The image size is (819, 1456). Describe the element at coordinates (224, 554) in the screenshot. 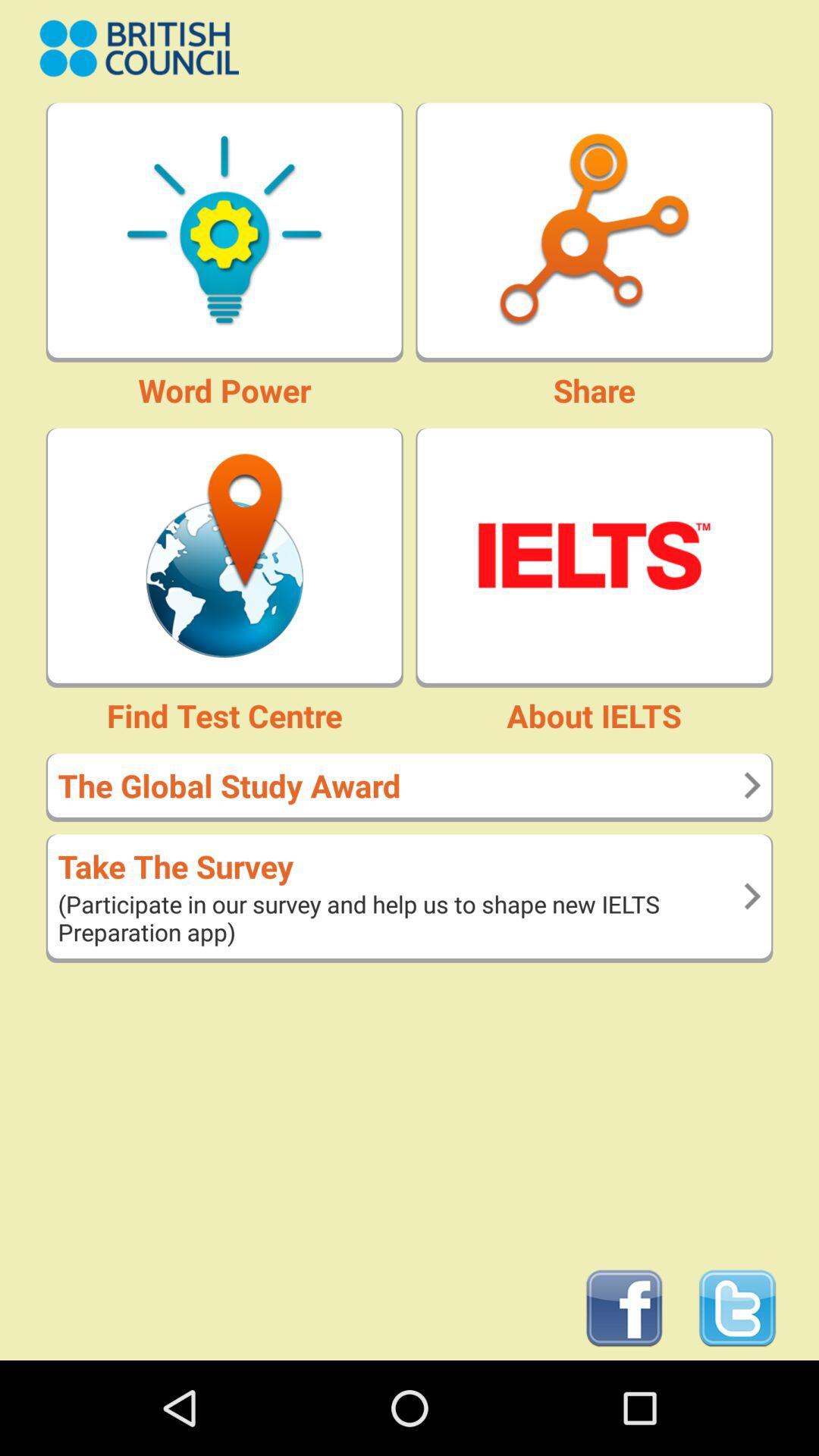

I see `map` at that location.